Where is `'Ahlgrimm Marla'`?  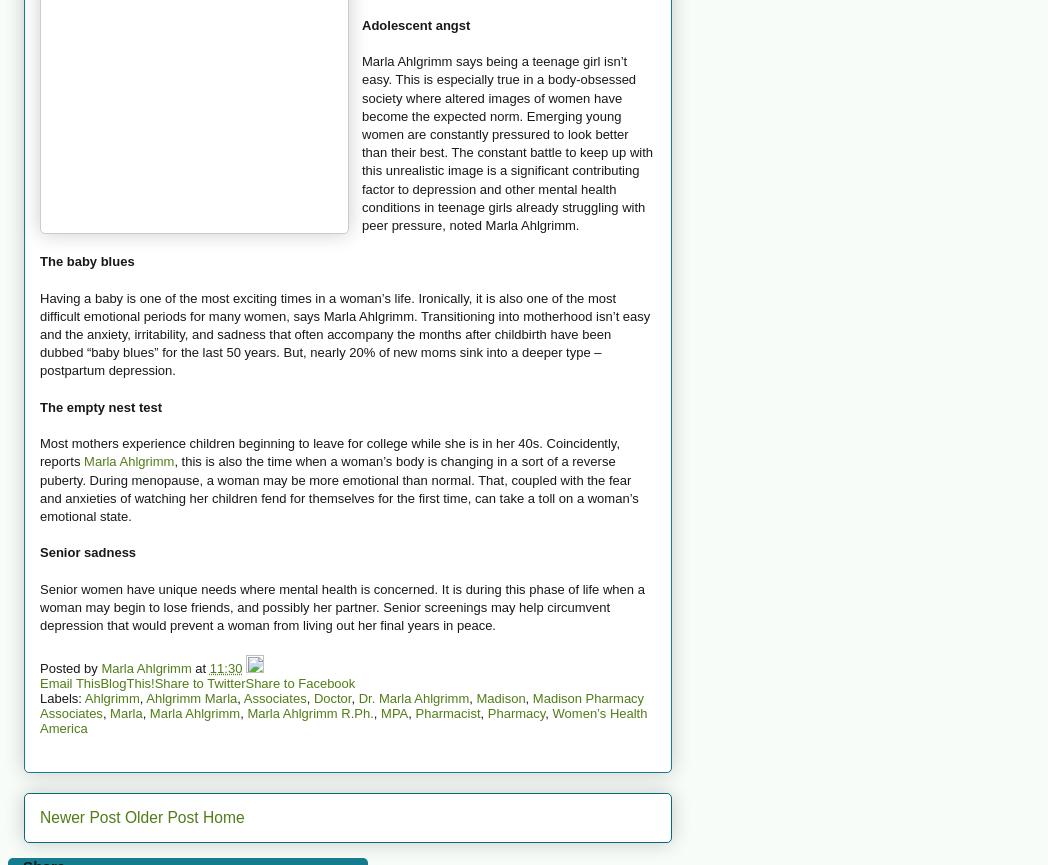
'Ahlgrimm Marla' is located at coordinates (190, 697).